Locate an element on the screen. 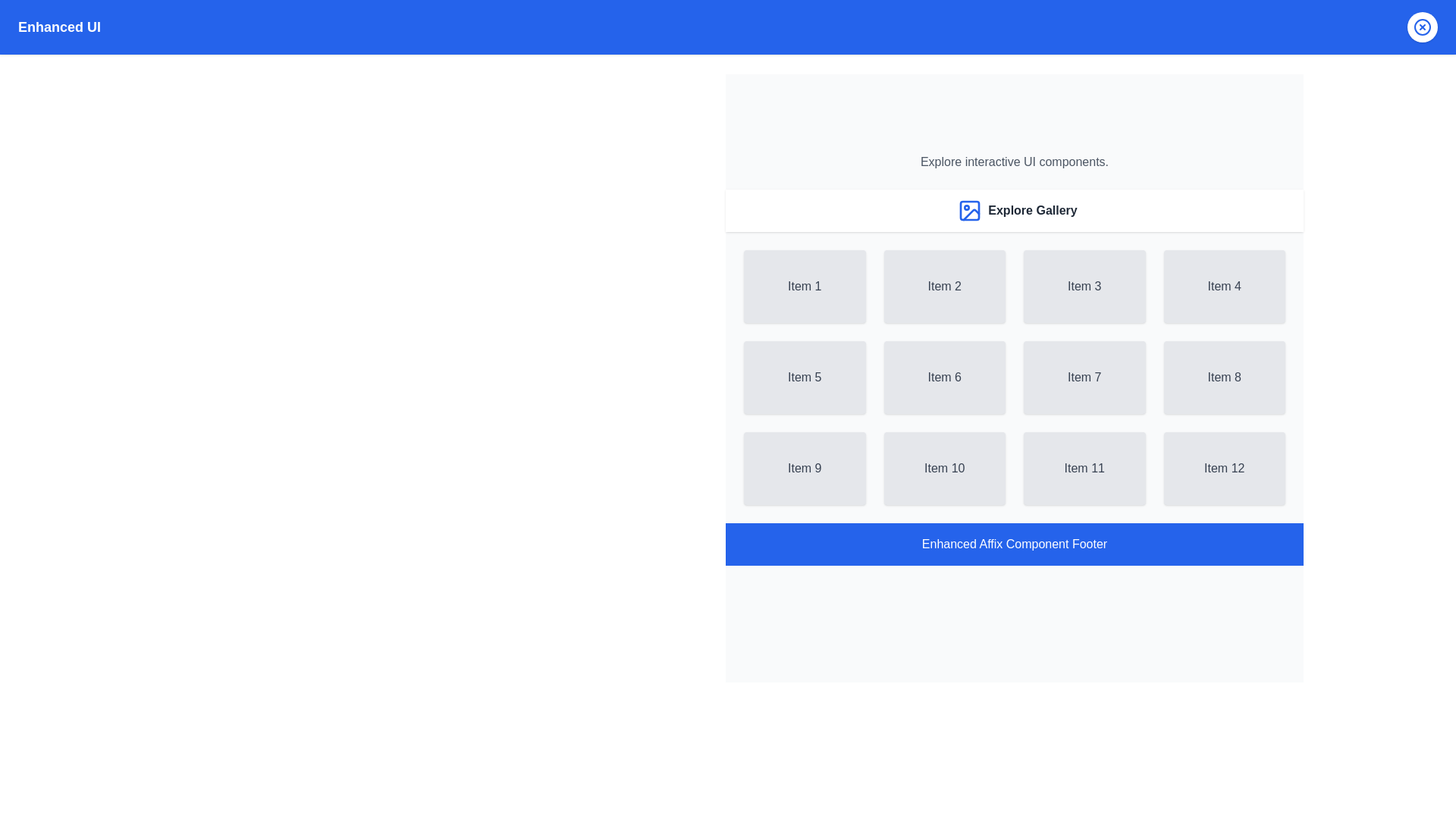 The image size is (1456, 819). the close button located at the top-right corner of the interface, marked by an 'X' symbol is located at coordinates (1422, 27).